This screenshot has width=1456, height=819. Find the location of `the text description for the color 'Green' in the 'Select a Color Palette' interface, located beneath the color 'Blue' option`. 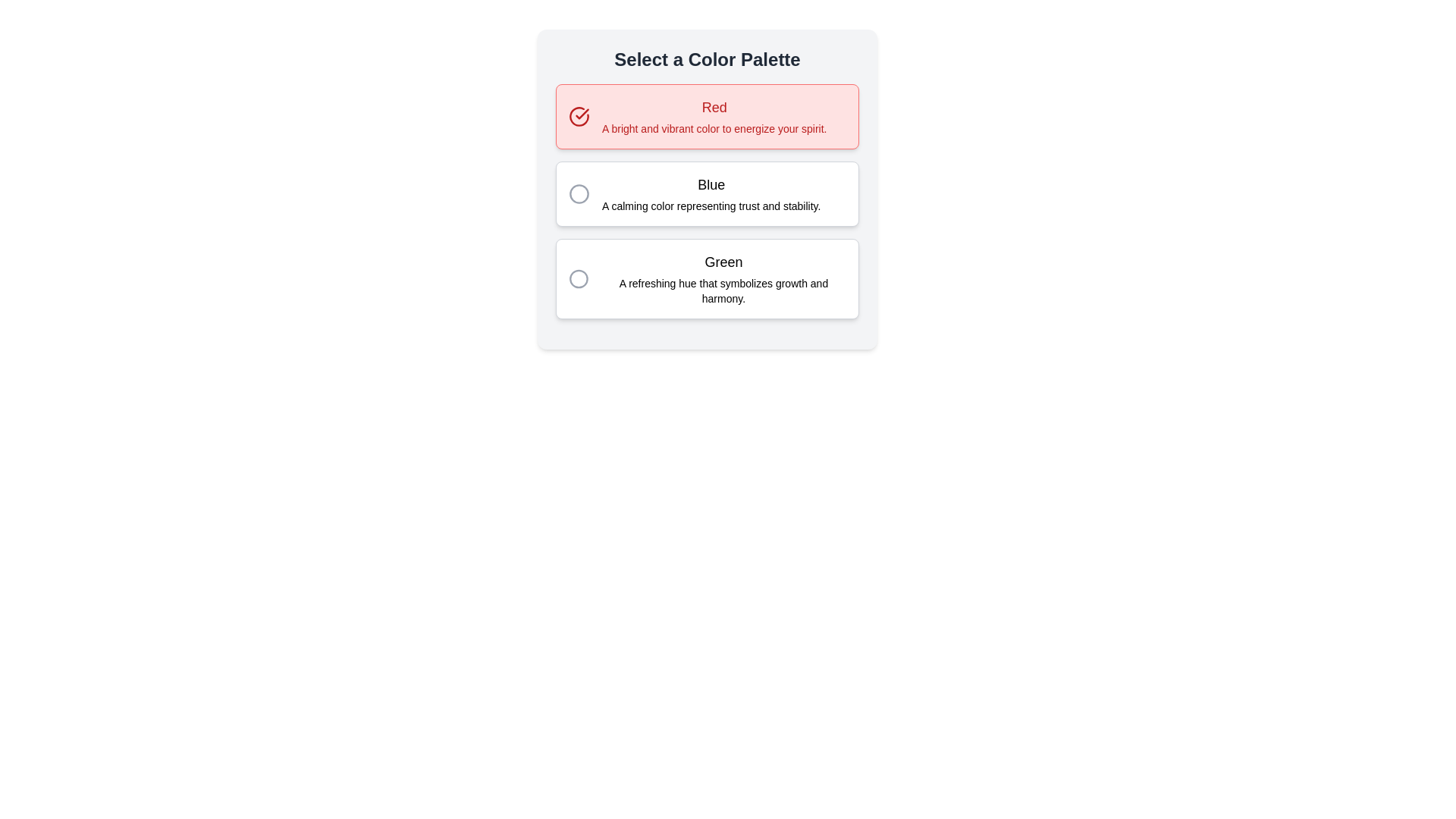

the text description for the color 'Green' in the 'Select a Color Palette' interface, located beneath the color 'Blue' option is located at coordinates (723, 278).